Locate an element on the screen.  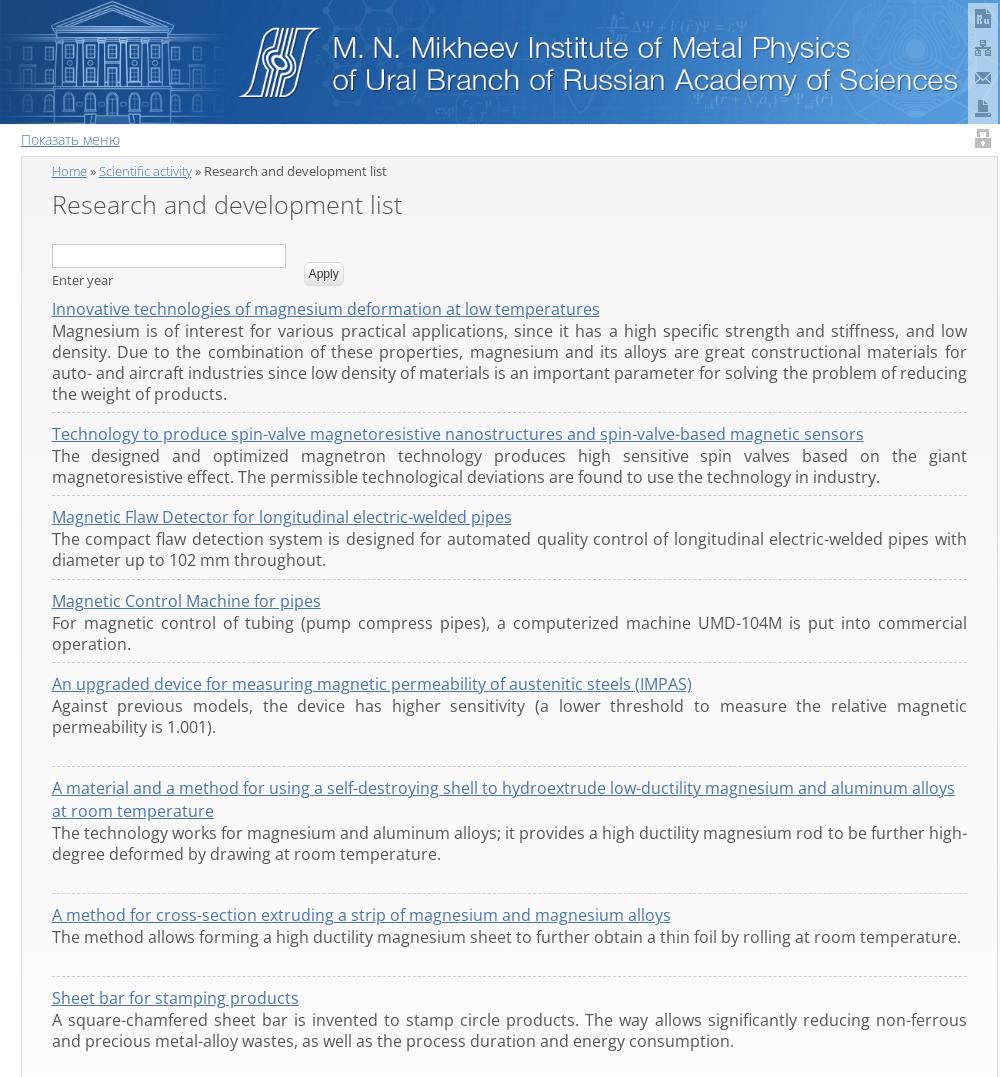
'Home' is located at coordinates (67, 168).